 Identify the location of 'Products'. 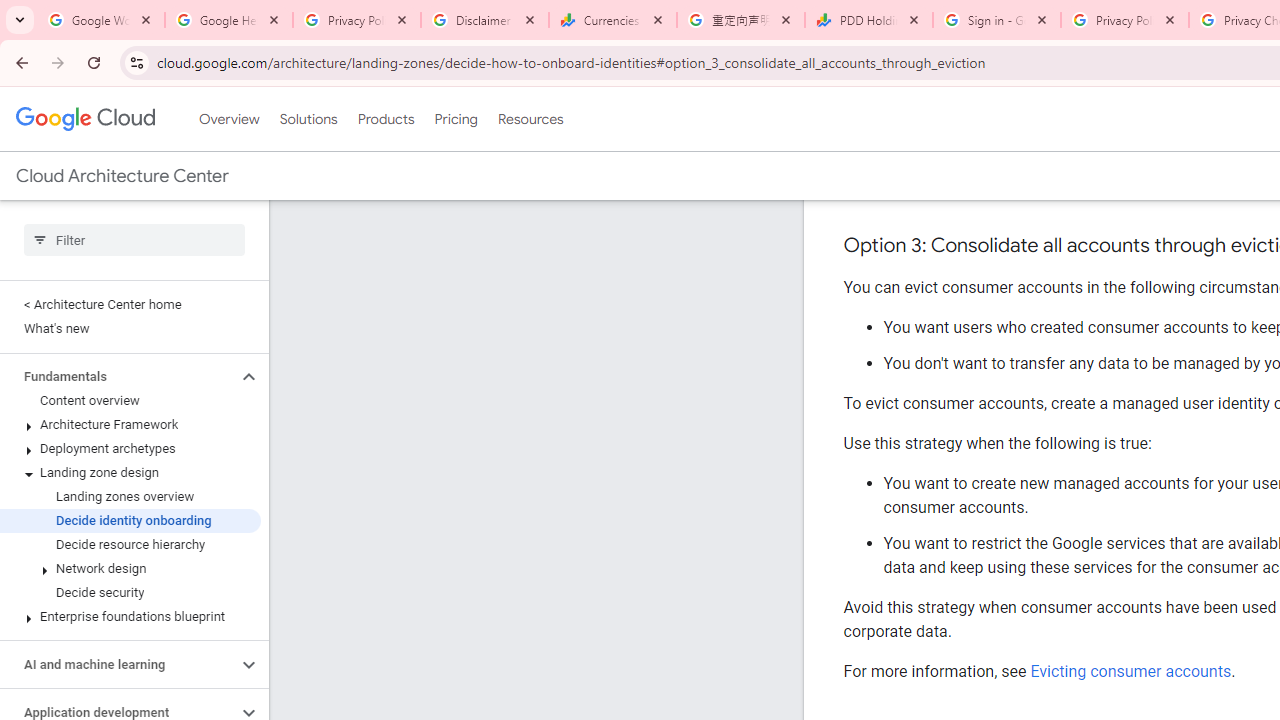
(385, 119).